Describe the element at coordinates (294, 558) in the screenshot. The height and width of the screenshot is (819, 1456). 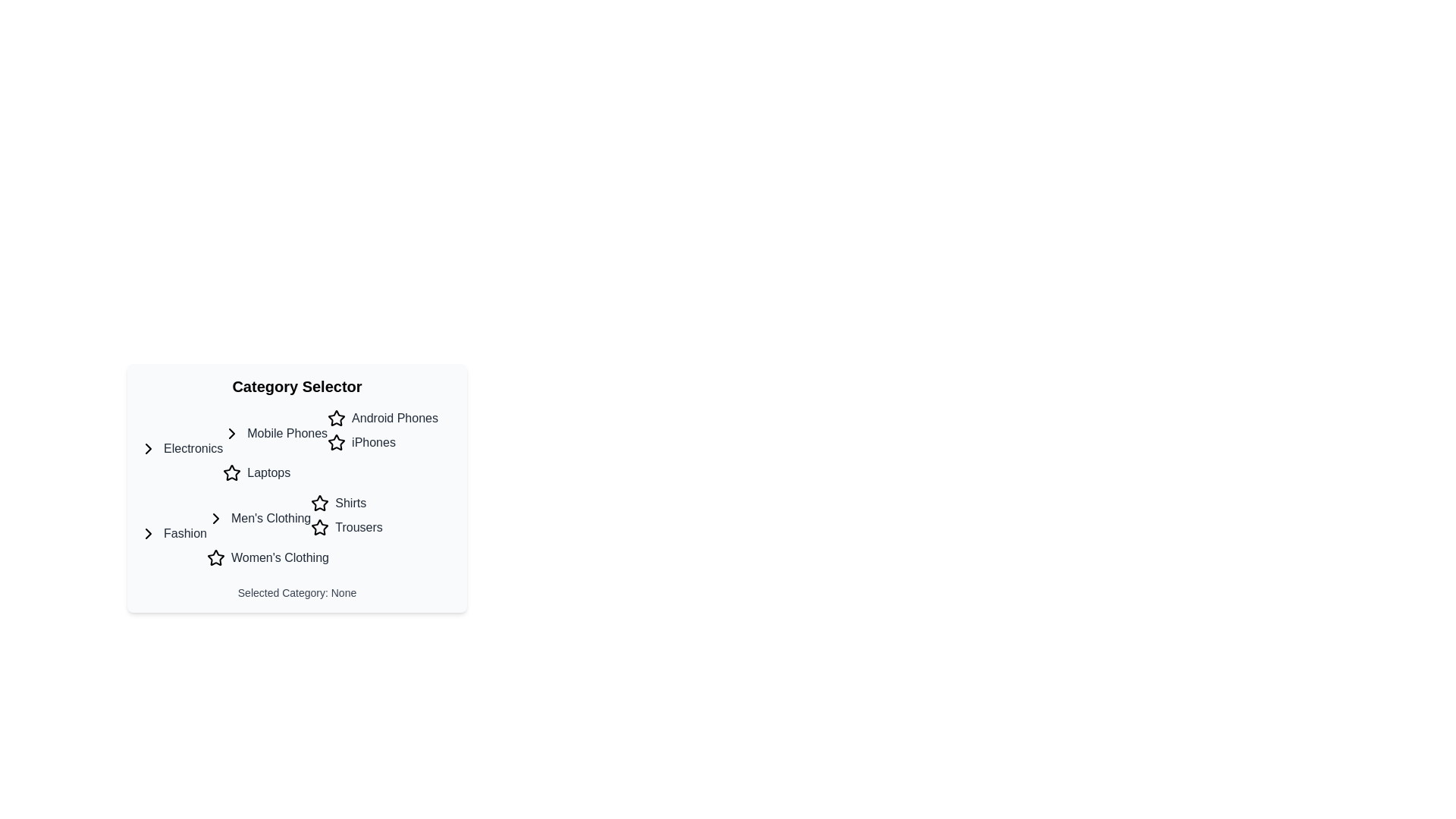
I see `the 'Women's Clothing' selectable category label located beneath the 'Men's Clothing' item in the category selector panel` at that location.